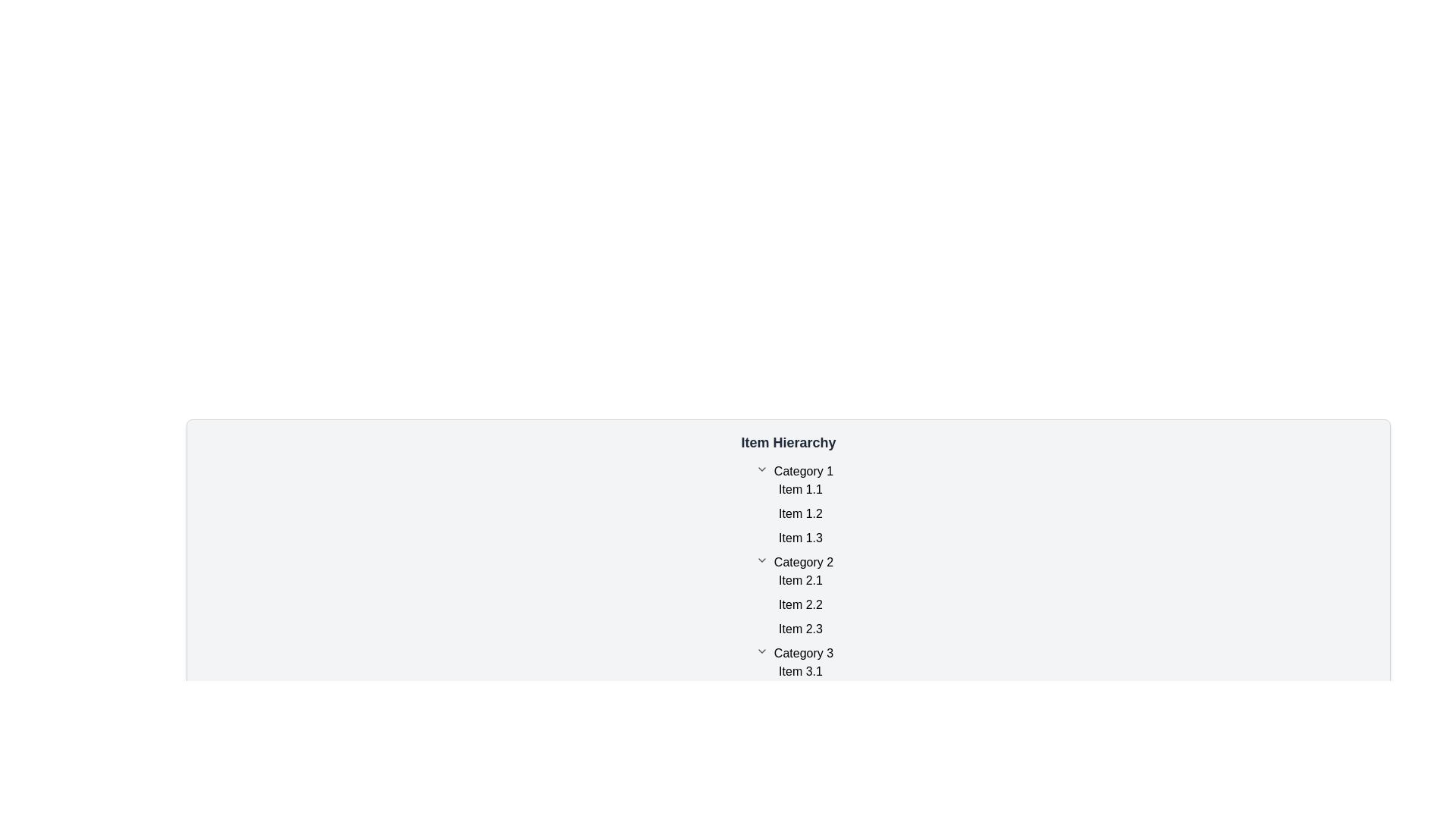 The width and height of the screenshot is (1456, 819). Describe the element at coordinates (800, 580) in the screenshot. I see `text label of the first item under the 'Category 2' section in the hierarchical list` at that location.